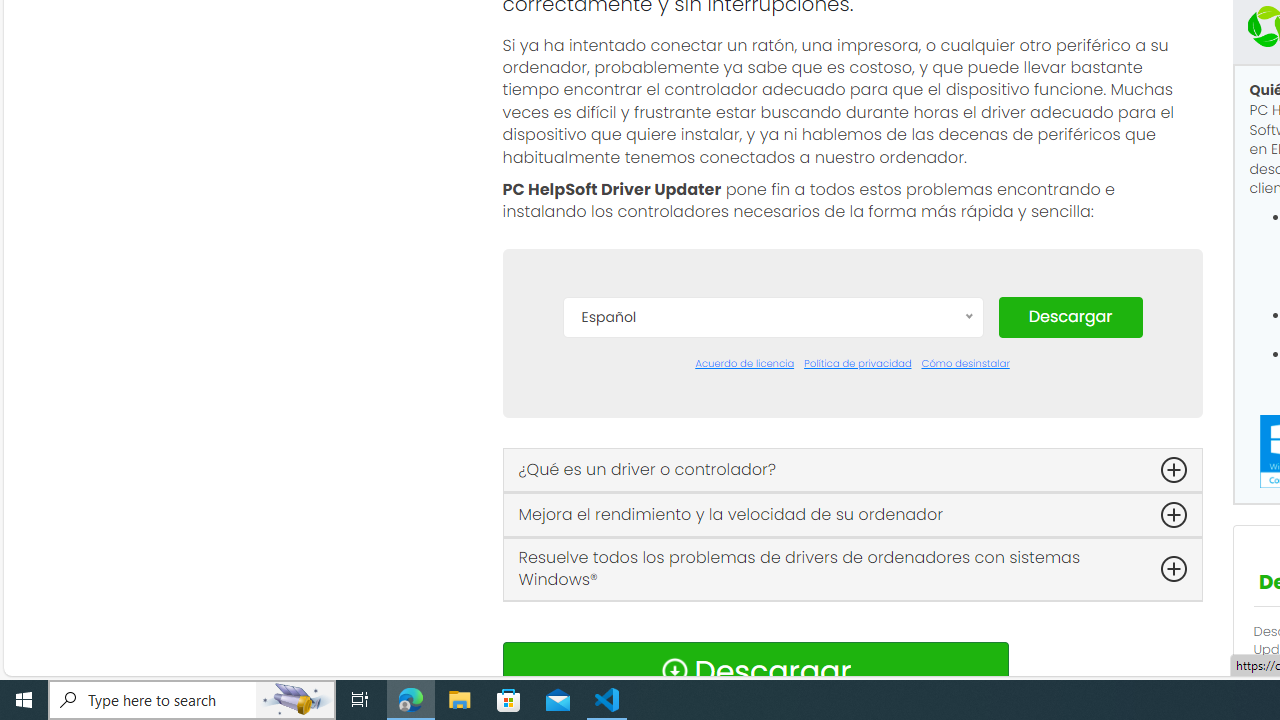 The image size is (1280, 720). Describe the element at coordinates (743, 363) in the screenshot. I see `'Acuerdo de licencia'` at that location.